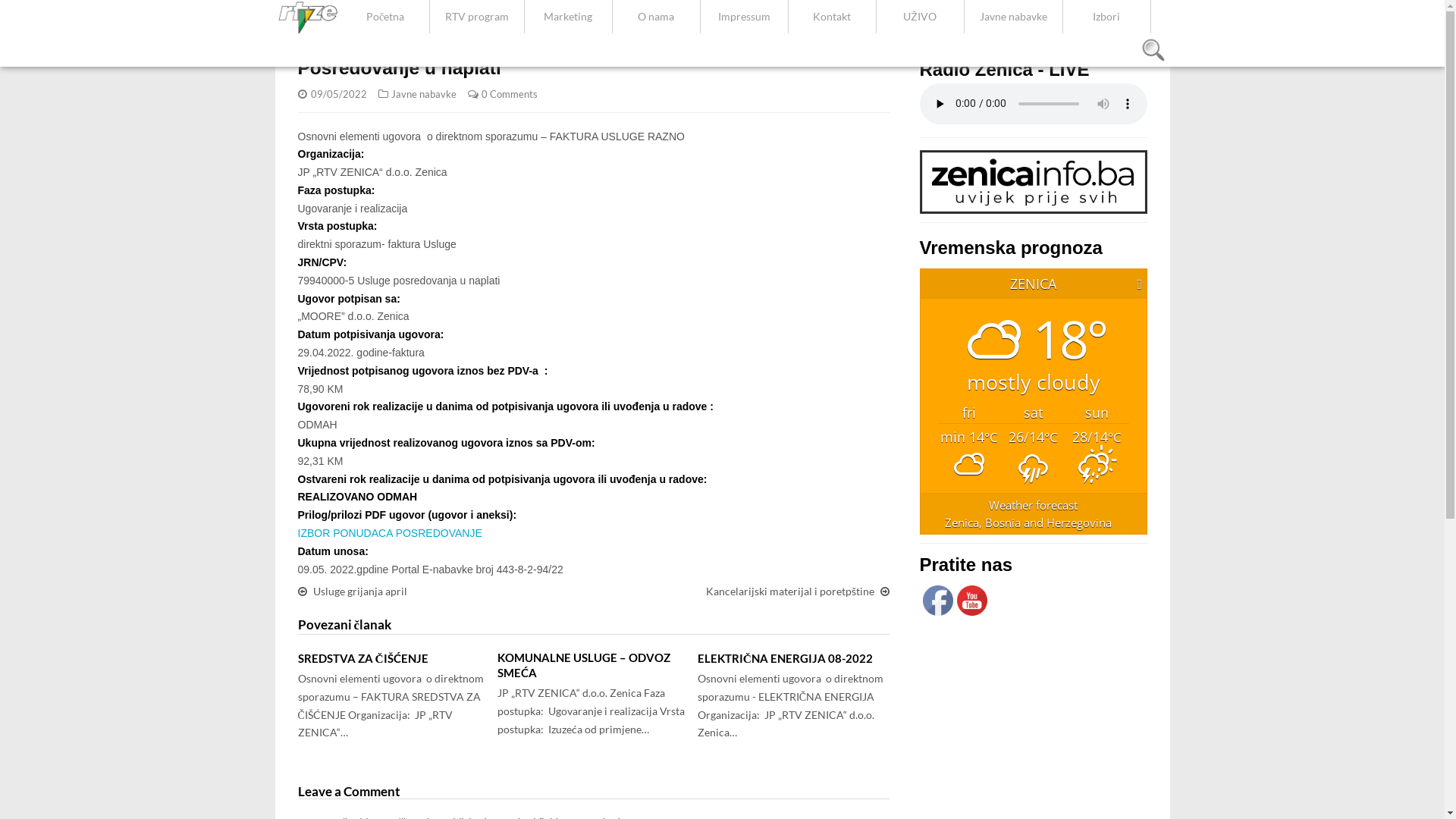  What do you see at coordinates (389, 532) in the screenshot?
I see `'IZBOR PONUDACA POSREDOVANJE'` at bounding box center [389, 532].